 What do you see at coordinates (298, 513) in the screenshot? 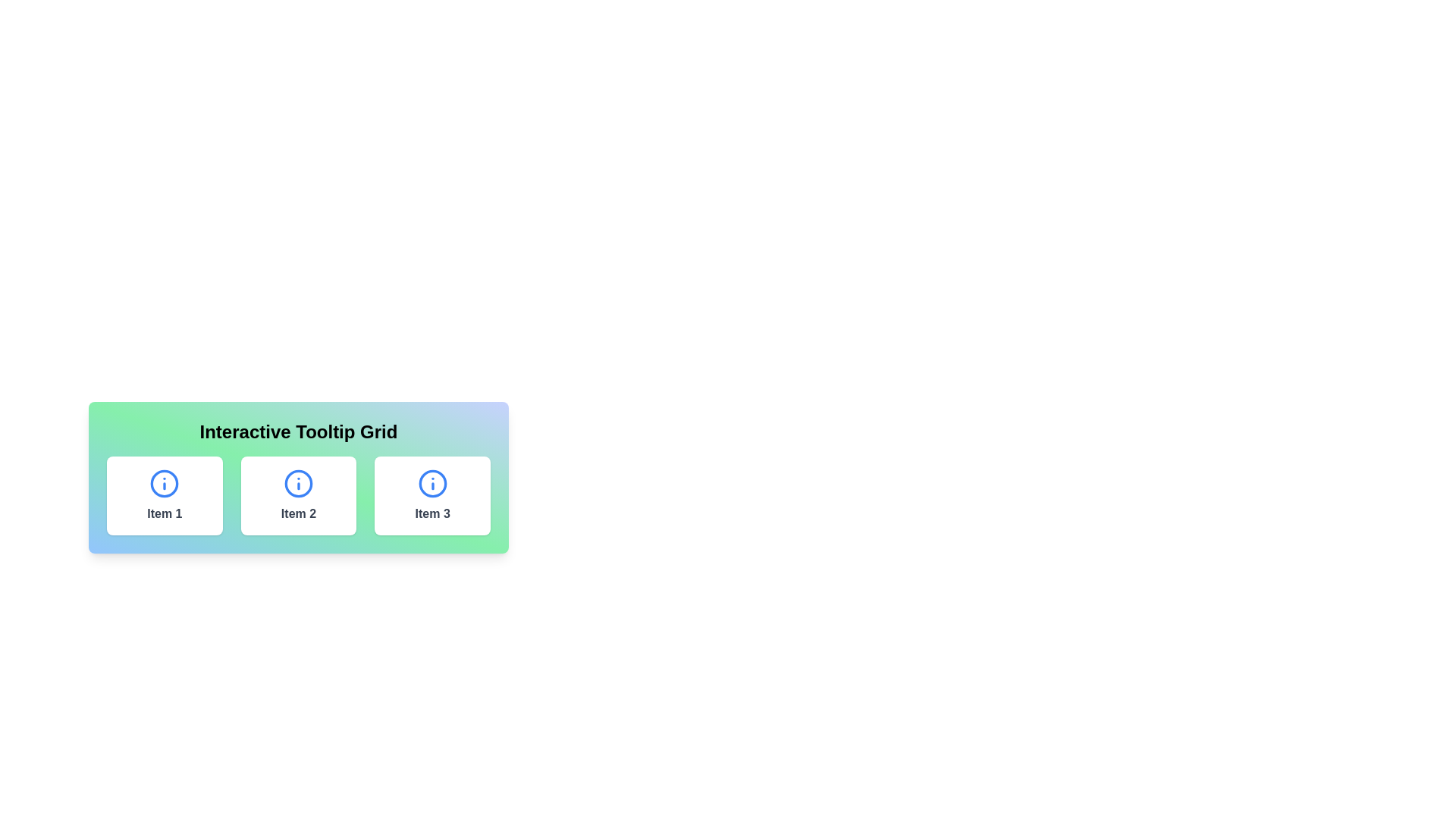
I see `the text label element displaying 'Item 2', which is styled with a bold font and gray color, located at the bottom center of a white card below the heading 'Interactive Tooltip Grid'` at bounding box center [298, 513].